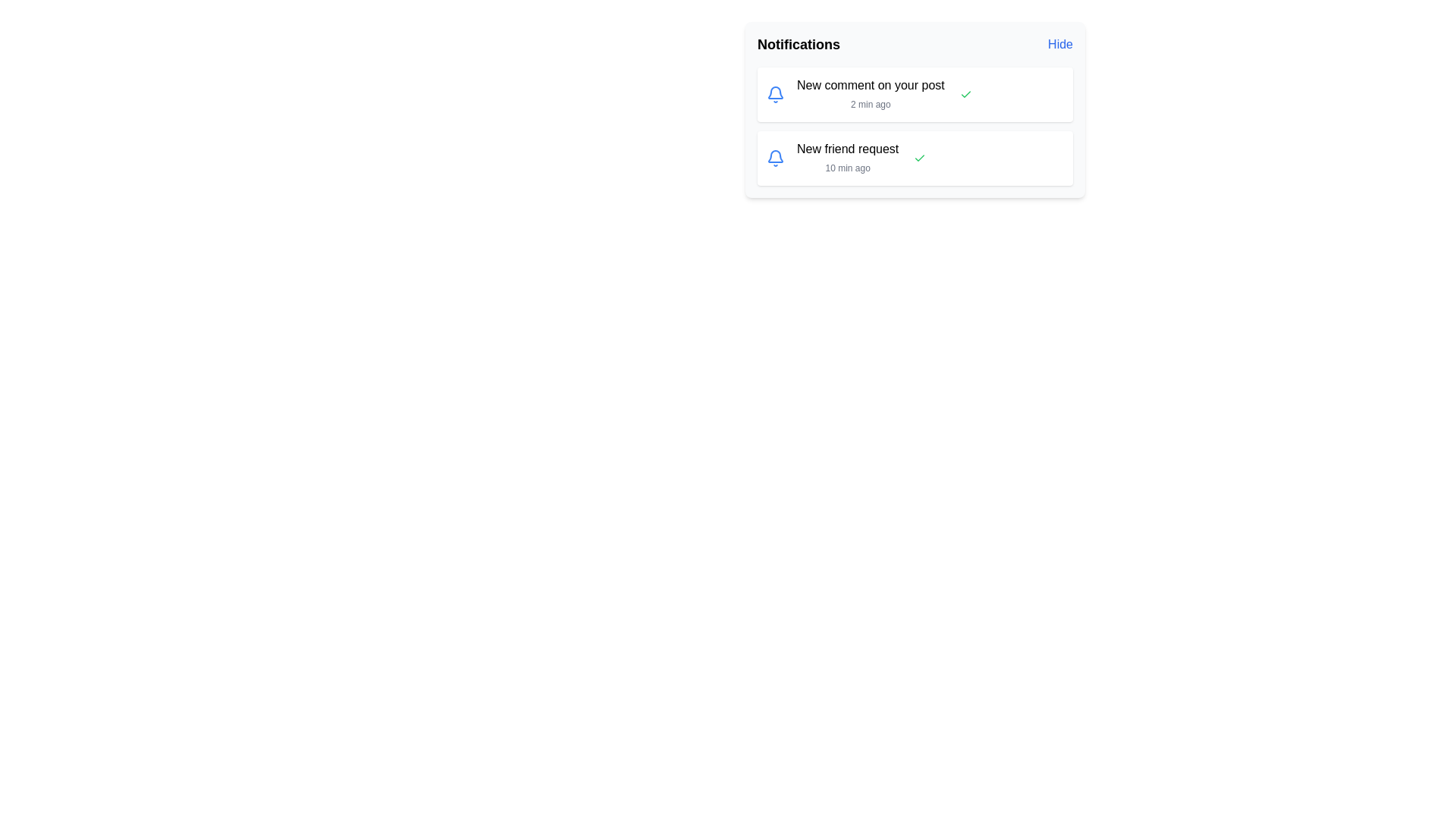 The height and width of the screenshot is (819, 1456). What do you see at coordinates (847, 168) in the screenshot?
I see `the text label displaying '10 min ago' located on the right side of the 'New friend request' notification in the notifications panel` at bounding box center [847, 168].